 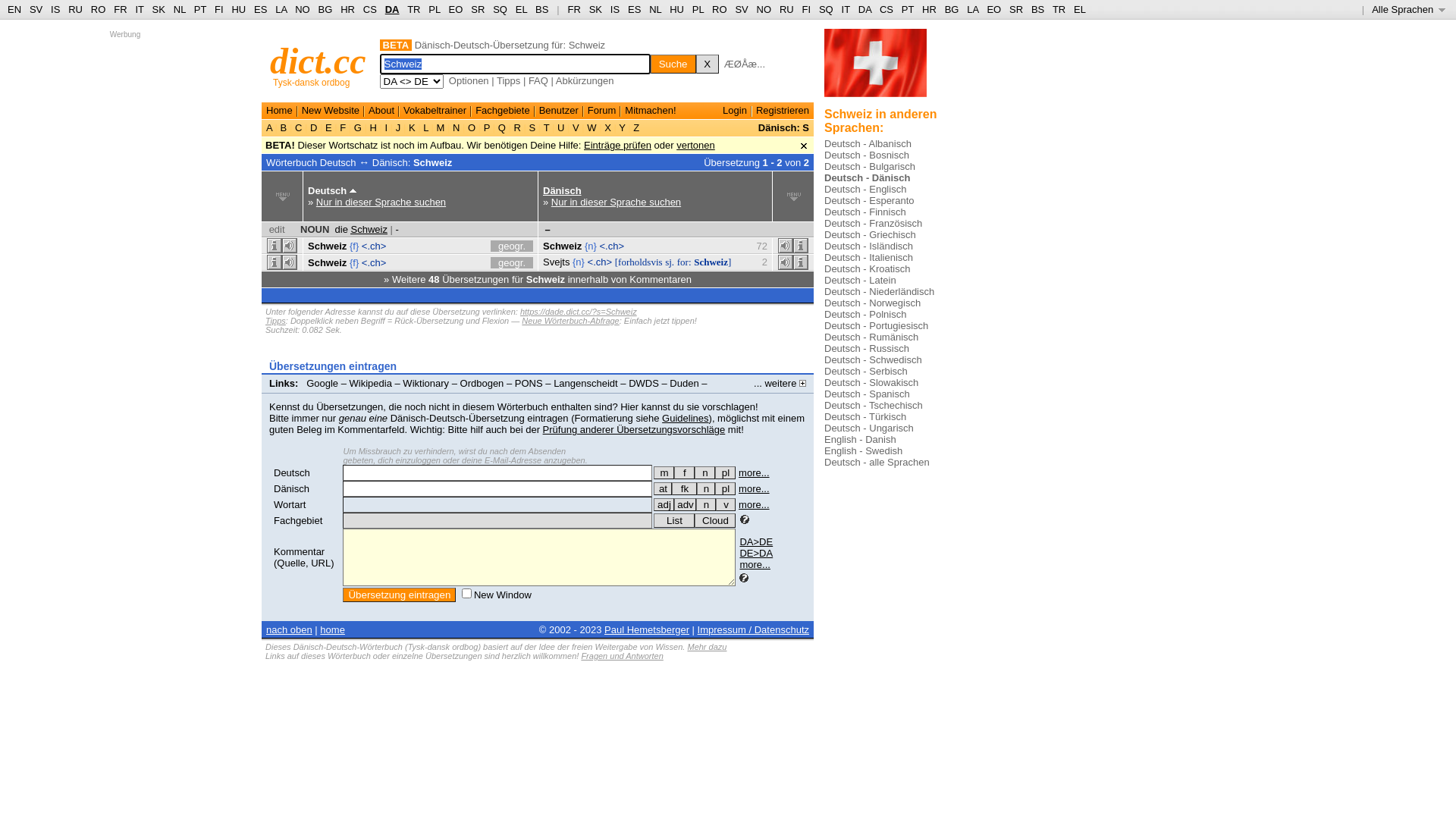 What do you see at coordinates (695, 504) in the screenshot?
I see `'n'` at bounding box center [695, 504].